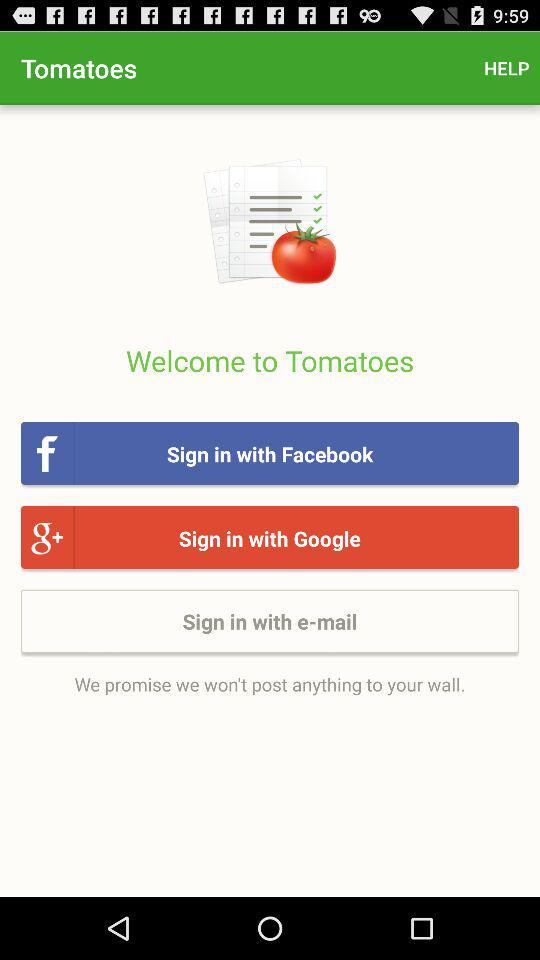 Image resolution: width=540 pixels, height=960 pixels. Describe the element at coordinates (505, 68) in the screenshot. I see `app to the right of the tomatoes icon` at that location.